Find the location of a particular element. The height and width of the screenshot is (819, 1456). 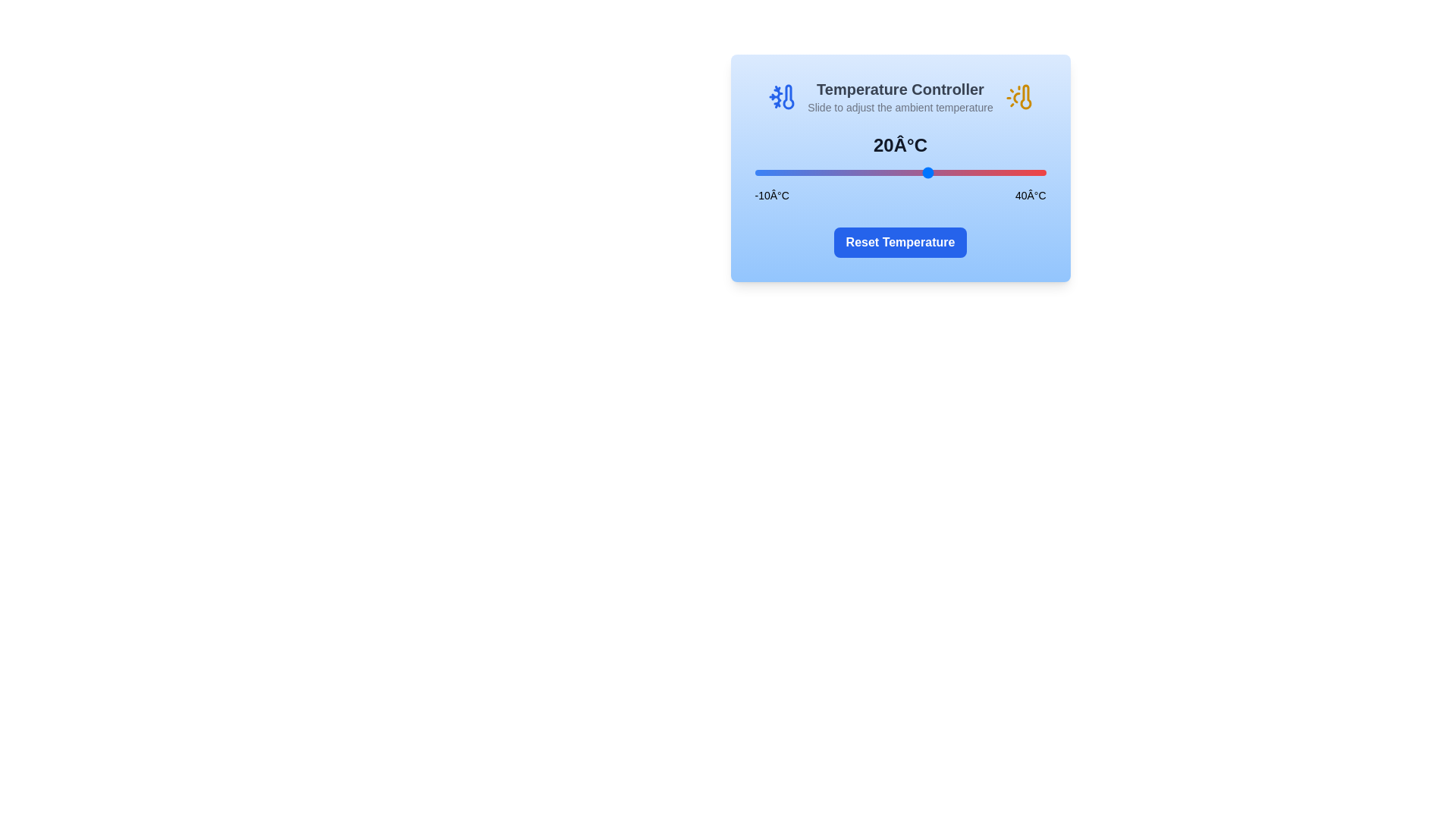

the cooling icon in the Temperature Controller interface, located to the far left beside the title text 'Temperature Controller' is located at coordinates (779, 90).